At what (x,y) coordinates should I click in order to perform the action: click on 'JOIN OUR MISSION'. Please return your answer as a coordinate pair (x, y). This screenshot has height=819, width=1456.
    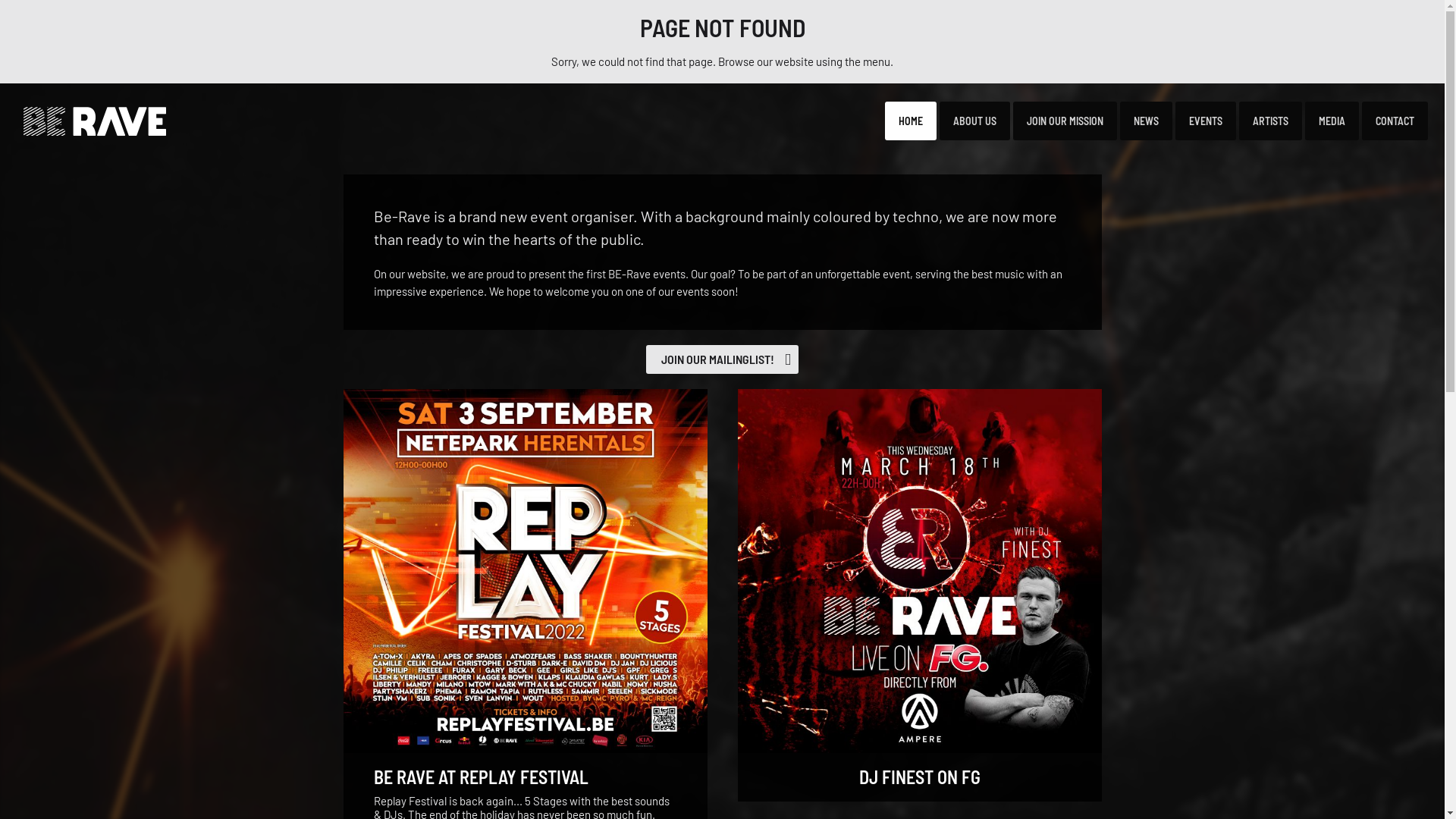
    Looking at the image, I should click on (1064, 120).